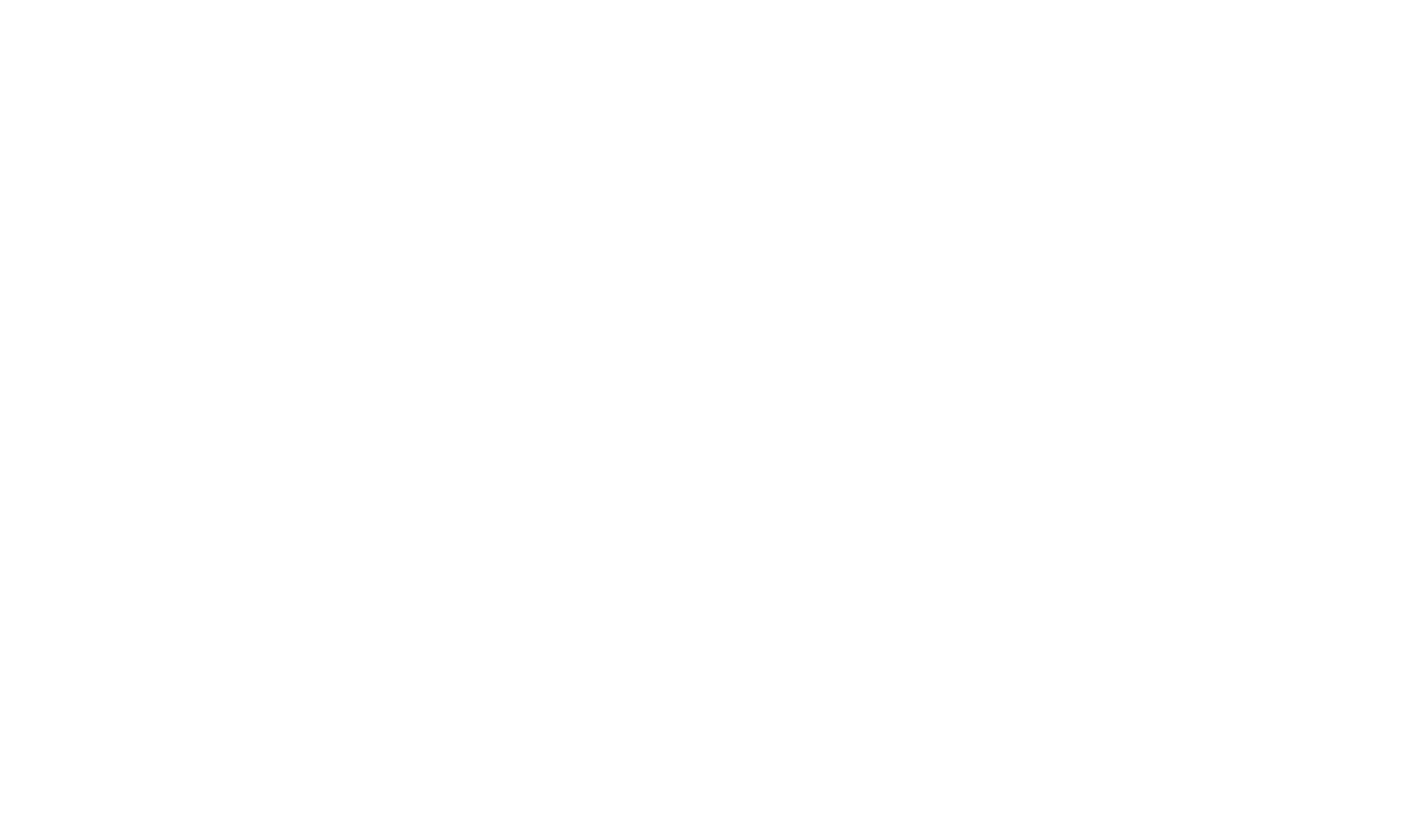 Image resolution: width=1428 pixels, height=840 pixels. What do you see at coordinates (924, 136) in the screenshot?
I see `'3 star hotel with pool Alsace'` at bounding box center [924, 136].